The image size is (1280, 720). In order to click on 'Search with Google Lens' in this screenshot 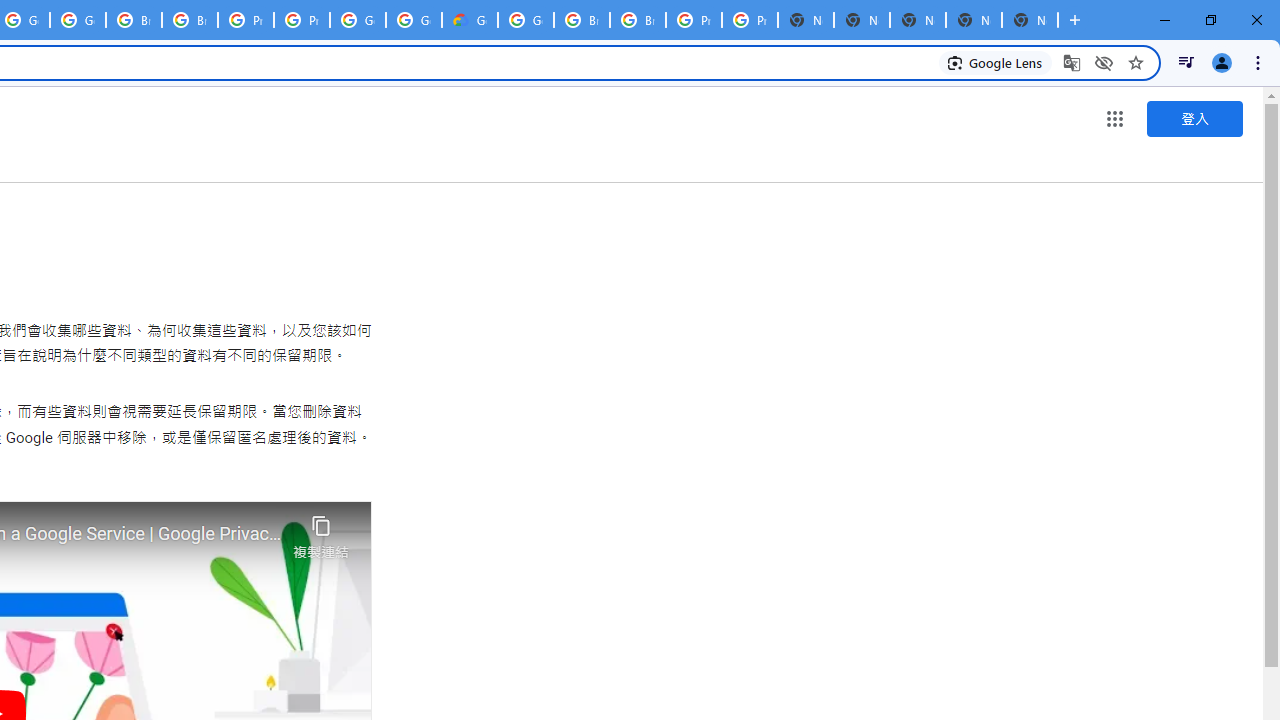, I will do `click(995, 61)`.